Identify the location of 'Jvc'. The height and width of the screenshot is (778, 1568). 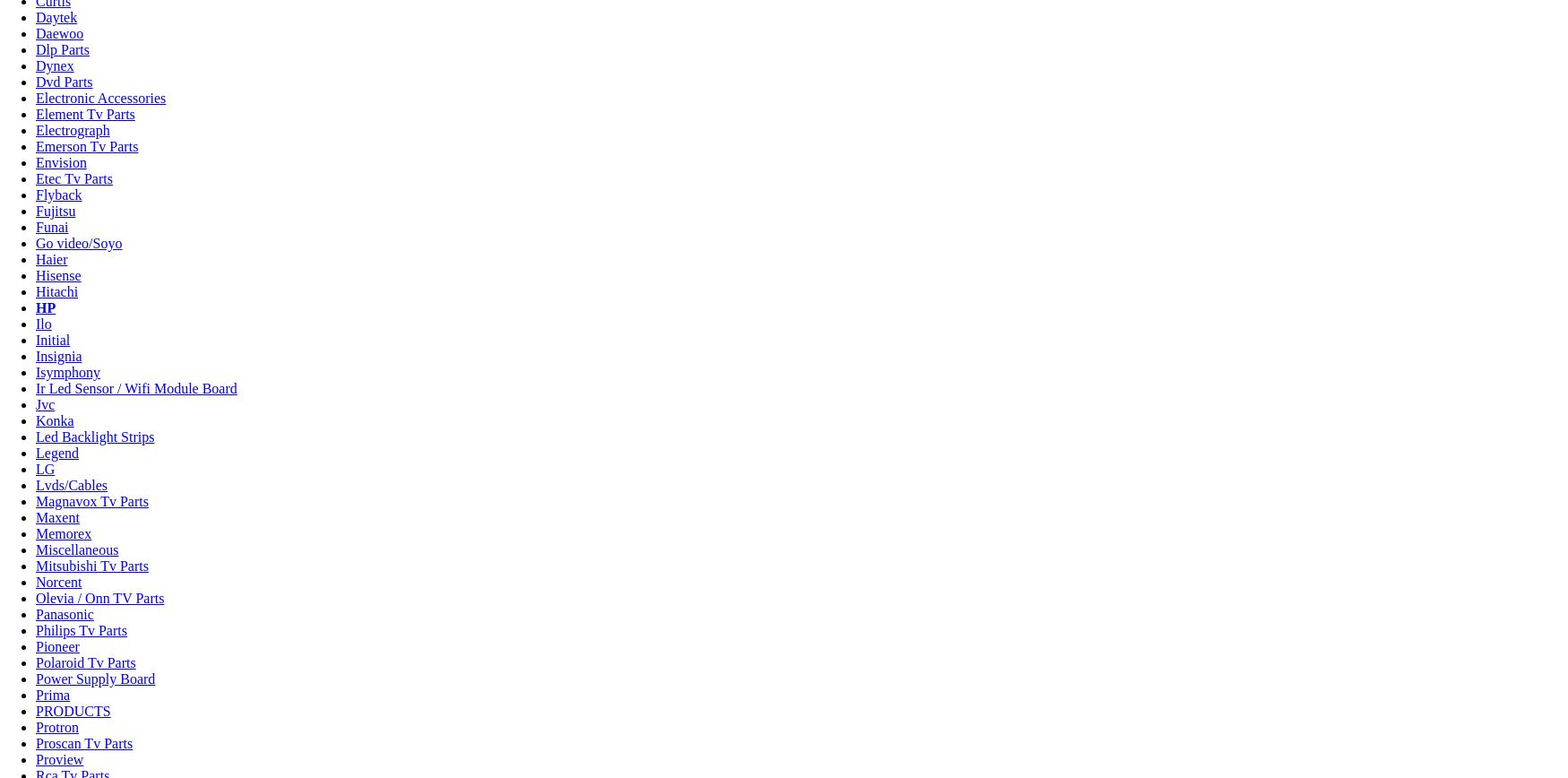
(44, 404).